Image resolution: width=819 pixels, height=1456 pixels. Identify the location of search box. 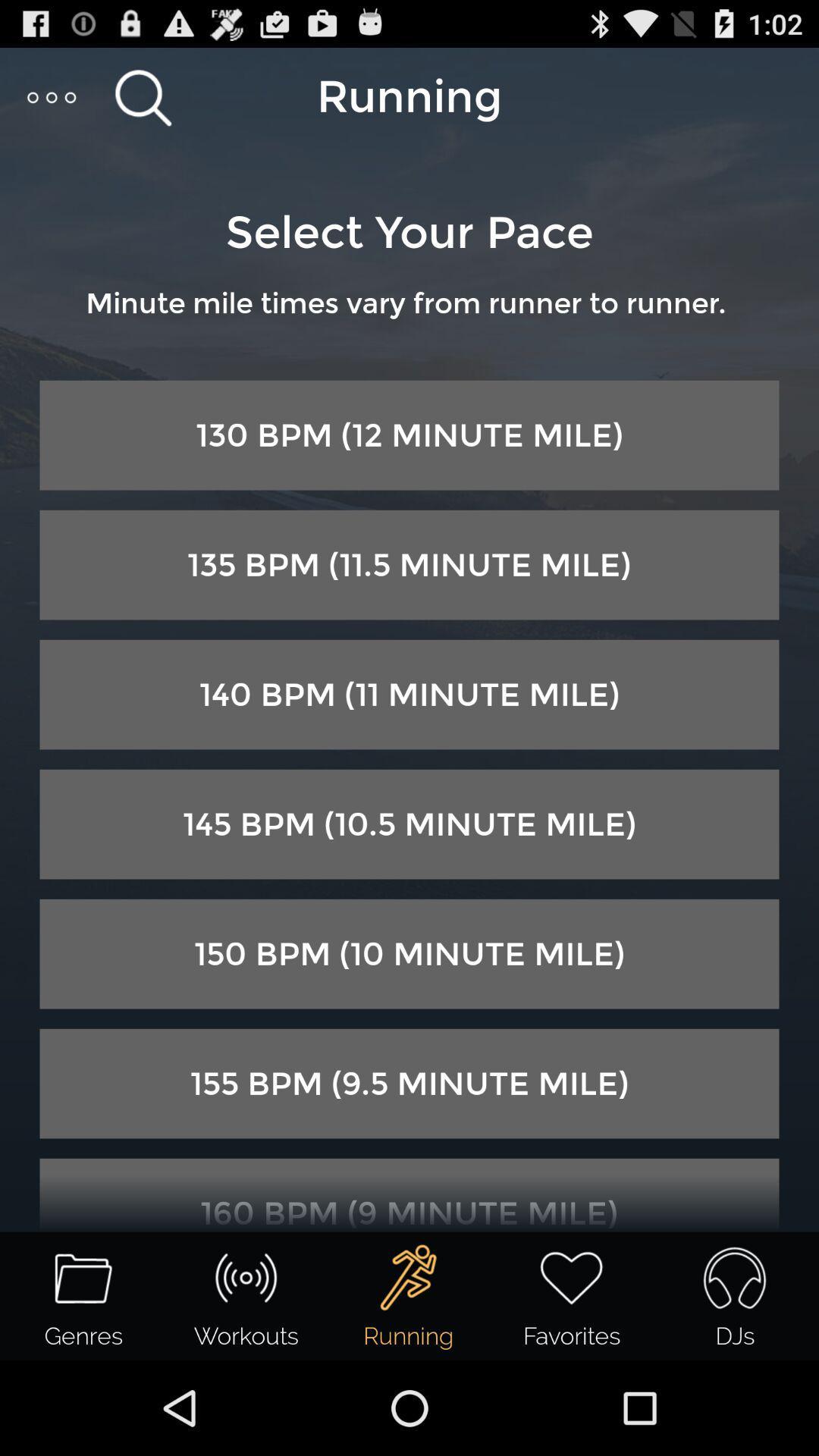
(143, 96).